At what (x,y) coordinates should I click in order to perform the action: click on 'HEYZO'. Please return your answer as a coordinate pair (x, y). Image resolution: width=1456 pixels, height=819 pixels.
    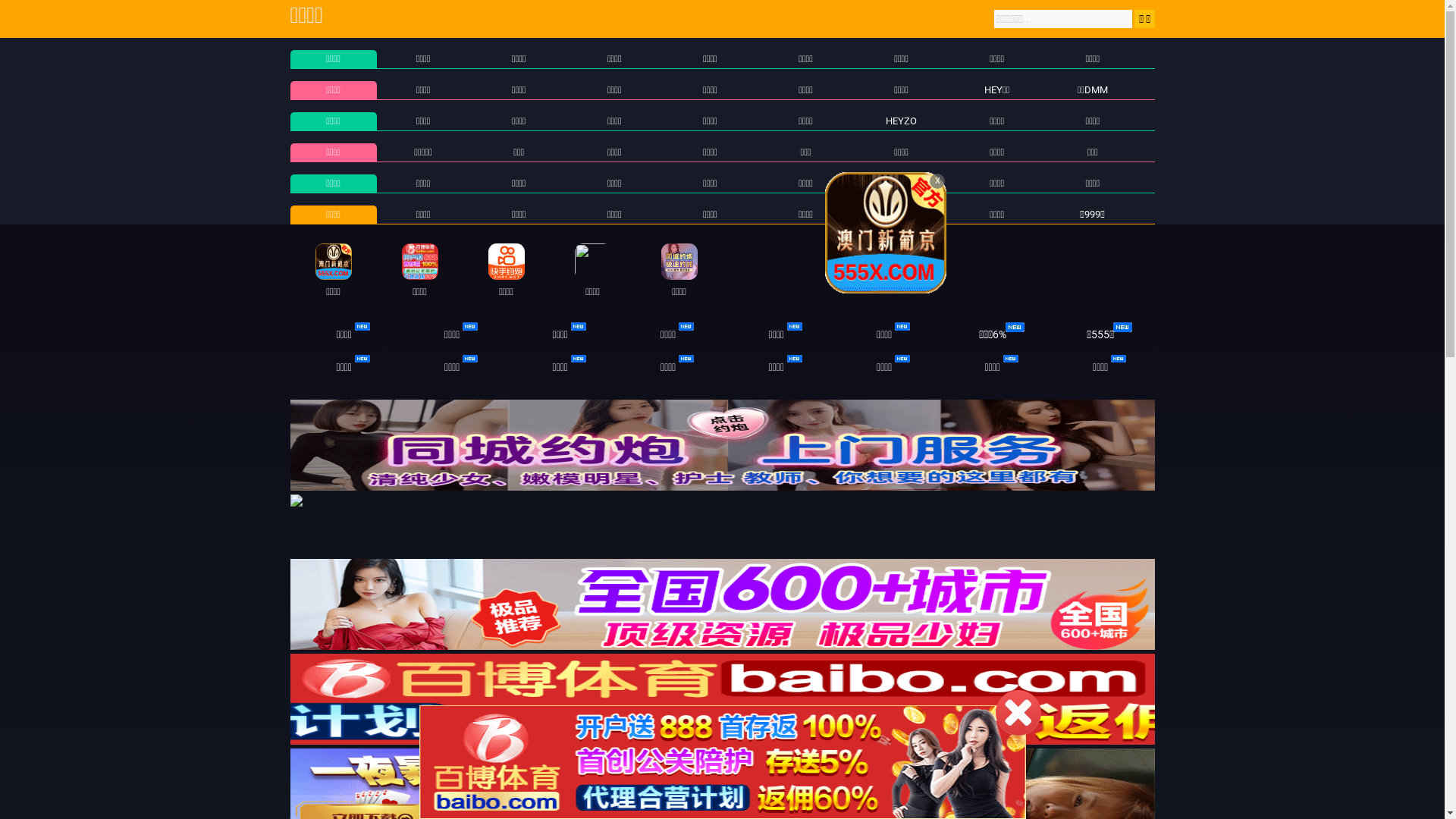
    Looking at the image, I should click on (901, 120).